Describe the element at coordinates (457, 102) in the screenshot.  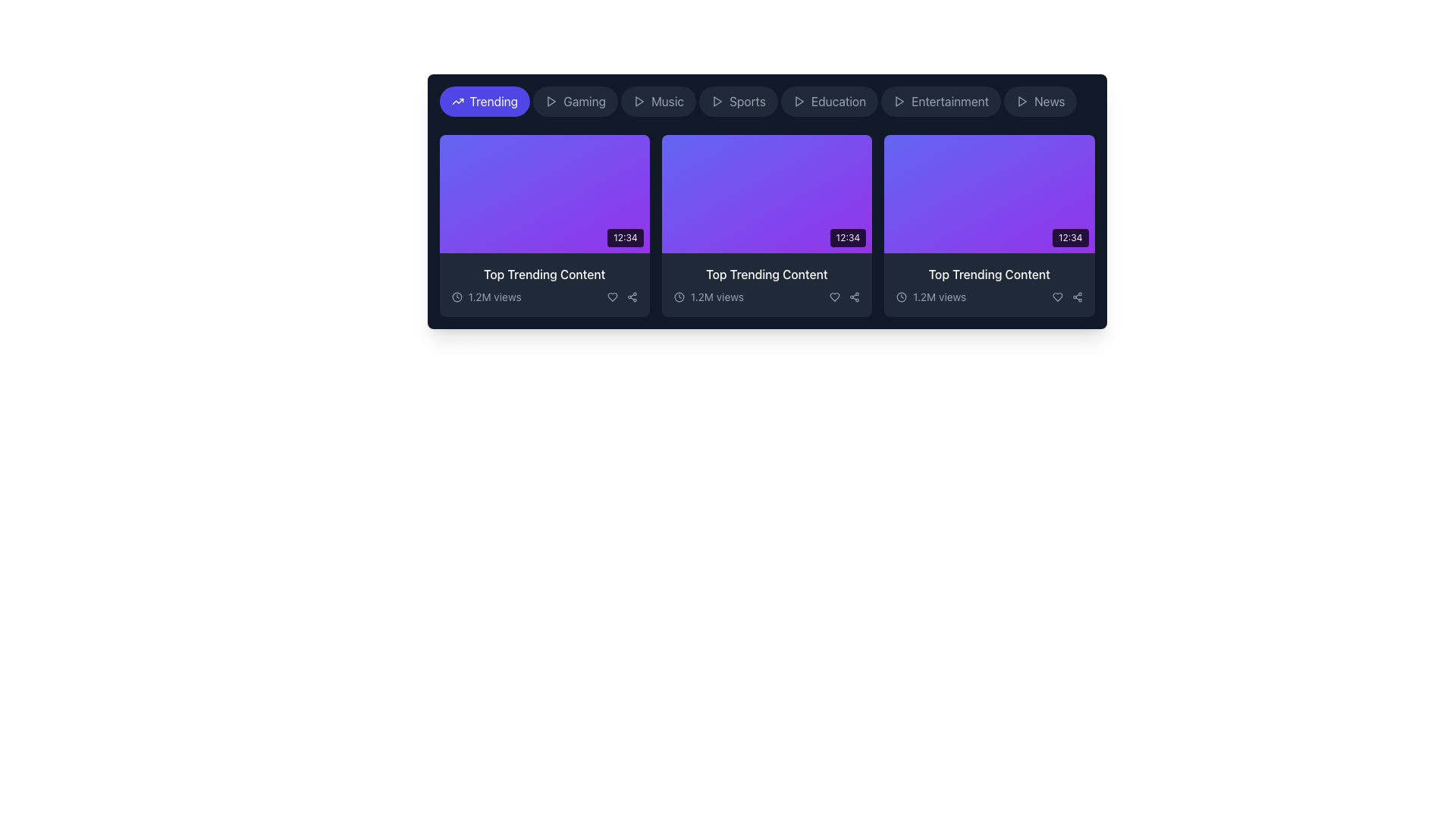
I see `the graphic icon representing an upward trend located to the left of the 'Trending' text in the horizontal menu bar at the top of the interface` at that location.